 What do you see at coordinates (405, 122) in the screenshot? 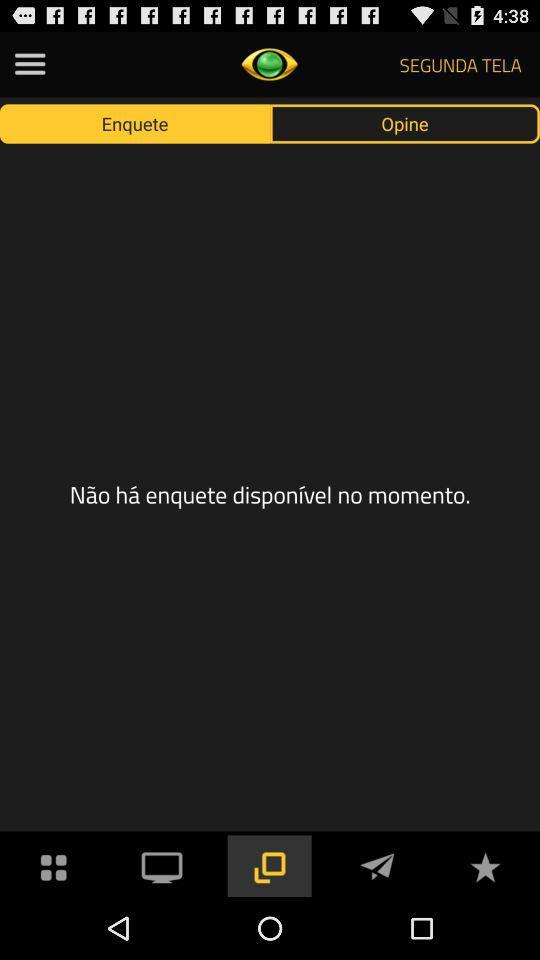
I see `opine icon` at bounding box center [405, 122].